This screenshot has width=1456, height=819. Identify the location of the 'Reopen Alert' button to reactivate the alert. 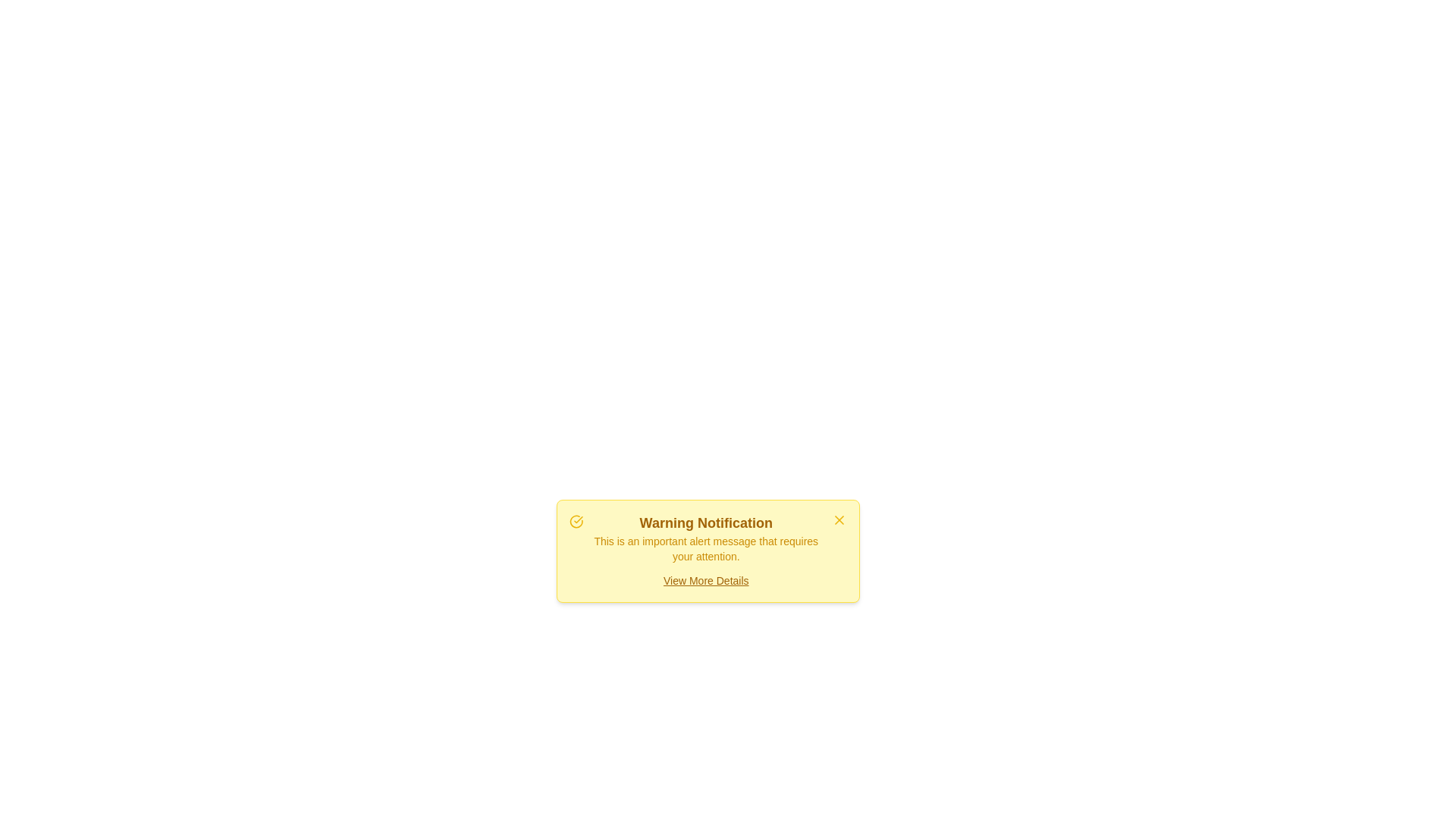
(708, 588).